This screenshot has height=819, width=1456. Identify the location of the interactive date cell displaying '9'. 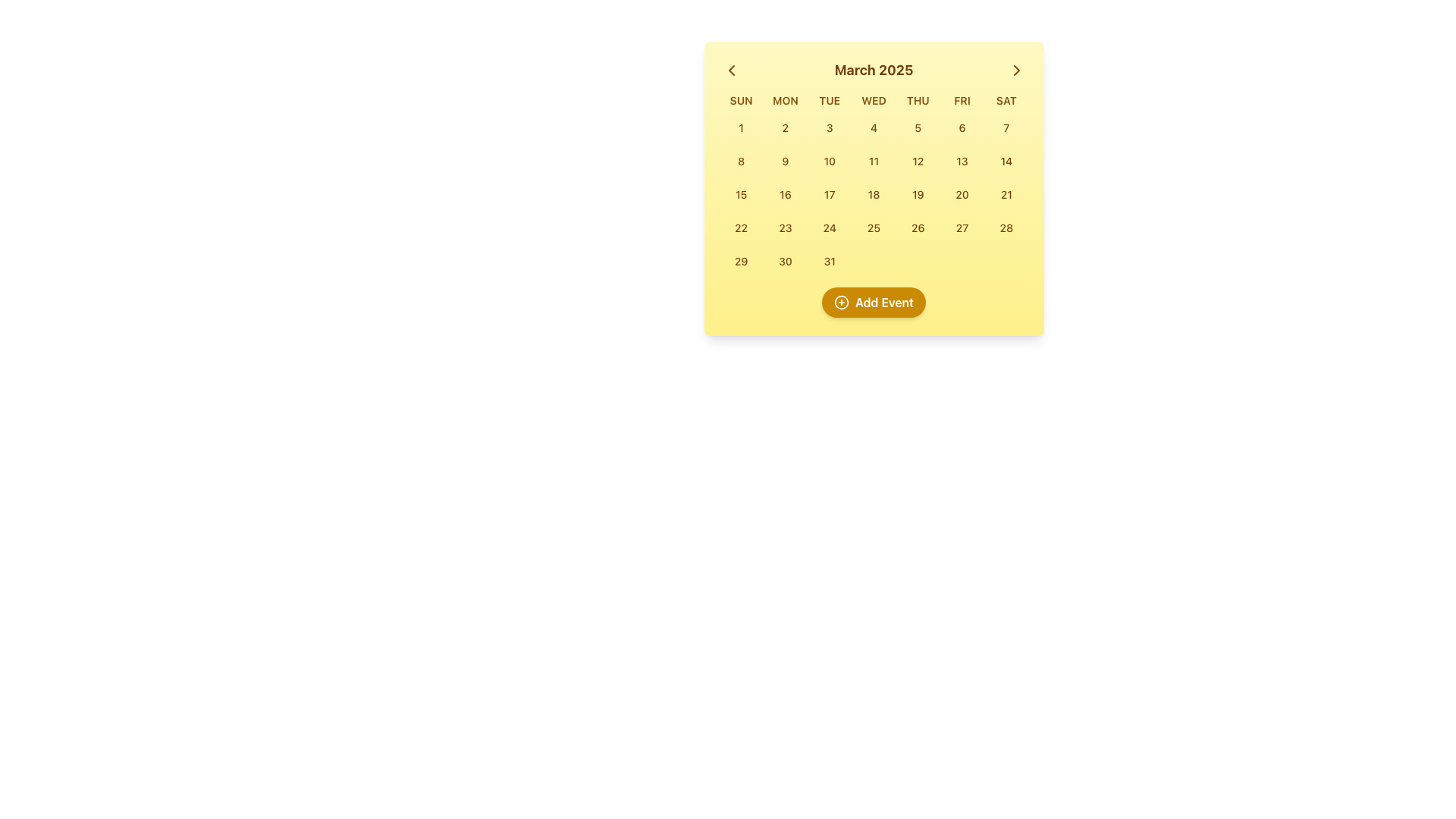
(785, 161).